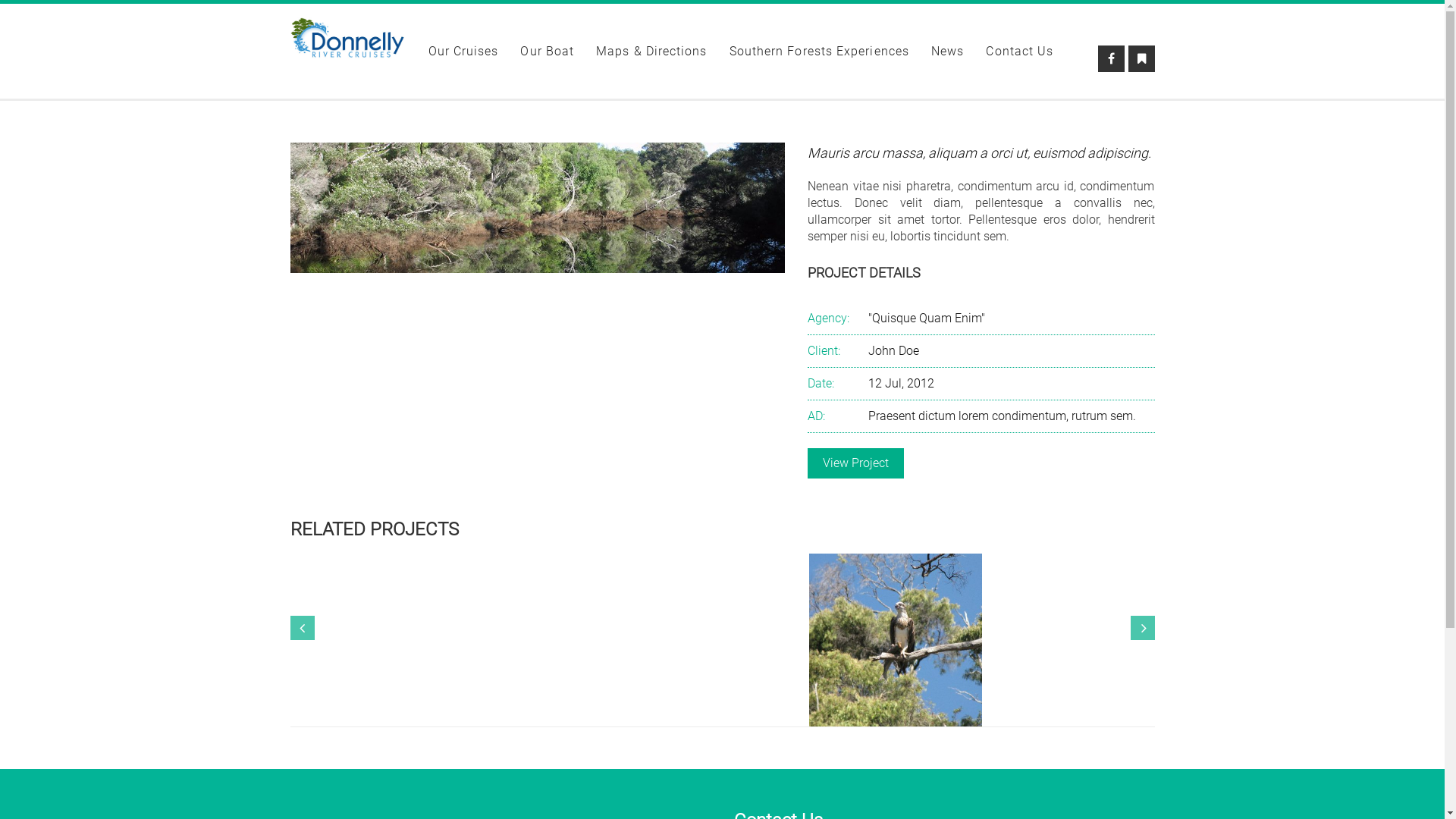 The width and height of the screenshot is (1456, 819). What do you see at coordinates (986, 52) in the screenshot?
I see `'Contact Us'` at bounding box center [986, 52].